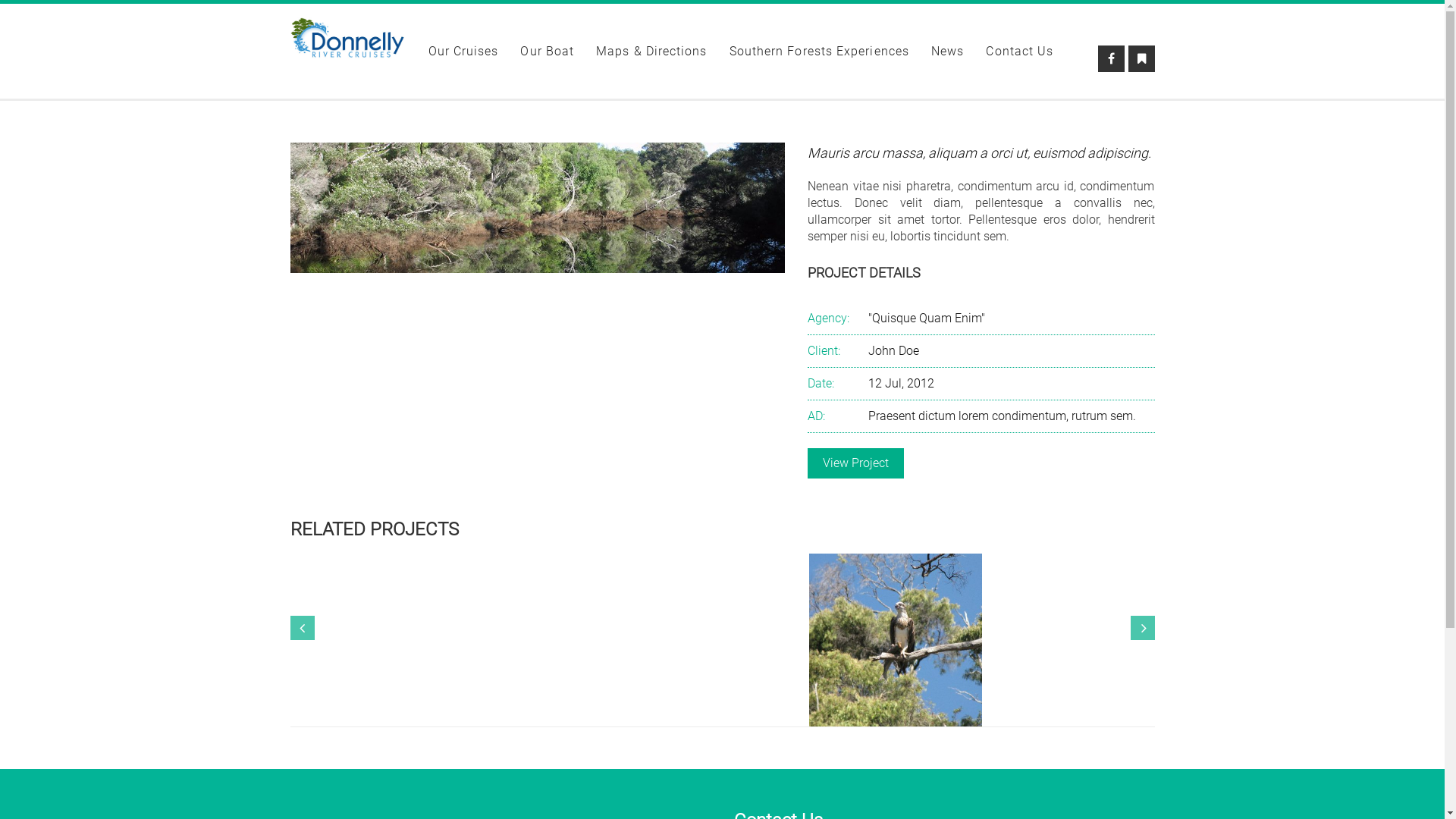 The width and height of the screenshot is (1456, 819). What do you see at coordinates (986, 52) in the screenshot?
I see `'Contact Us'` at bounding box center [986, 52].